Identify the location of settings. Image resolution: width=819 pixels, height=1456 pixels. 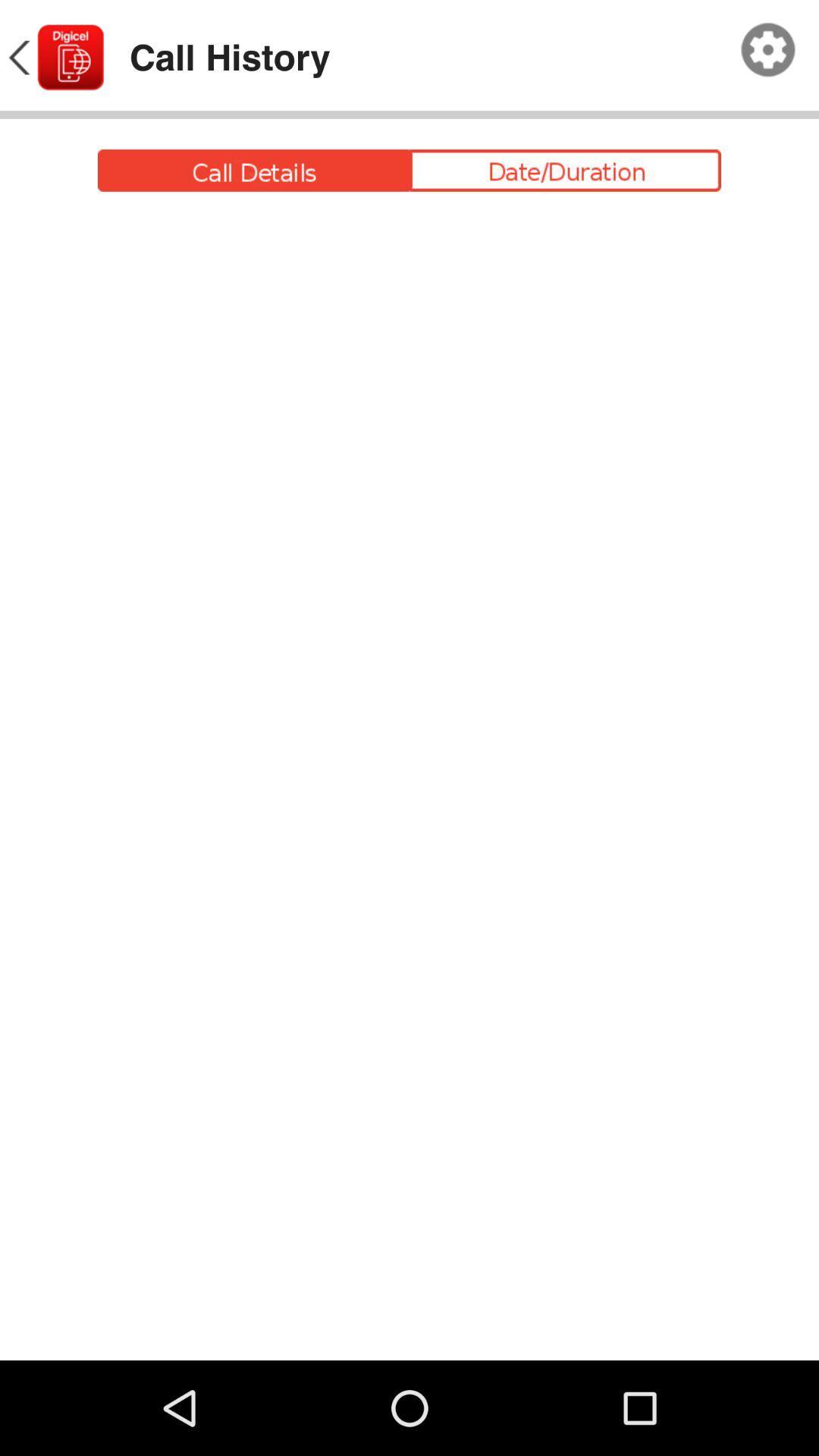
(768, 50).